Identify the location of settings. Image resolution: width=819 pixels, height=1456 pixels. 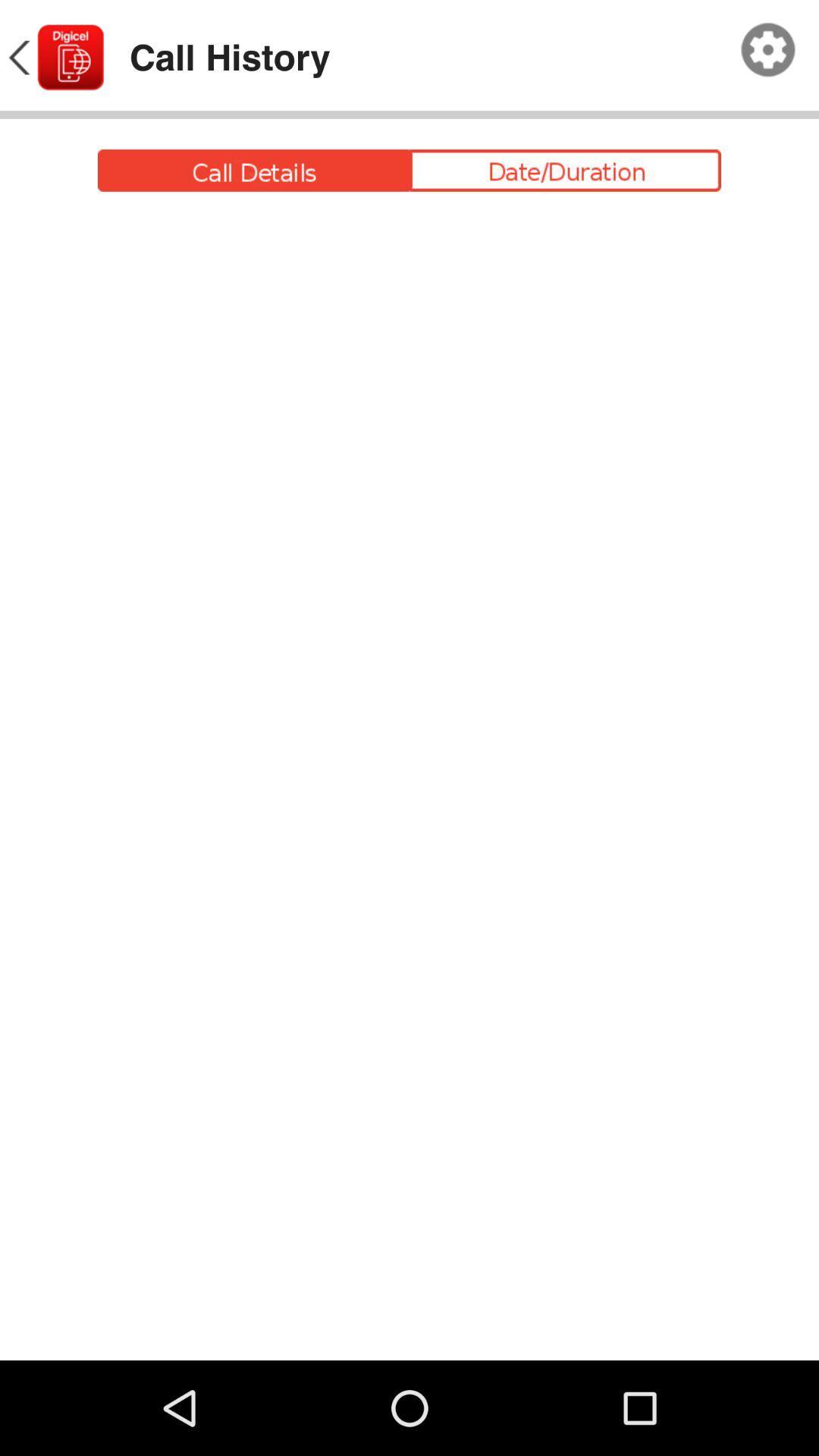
(768, 50).